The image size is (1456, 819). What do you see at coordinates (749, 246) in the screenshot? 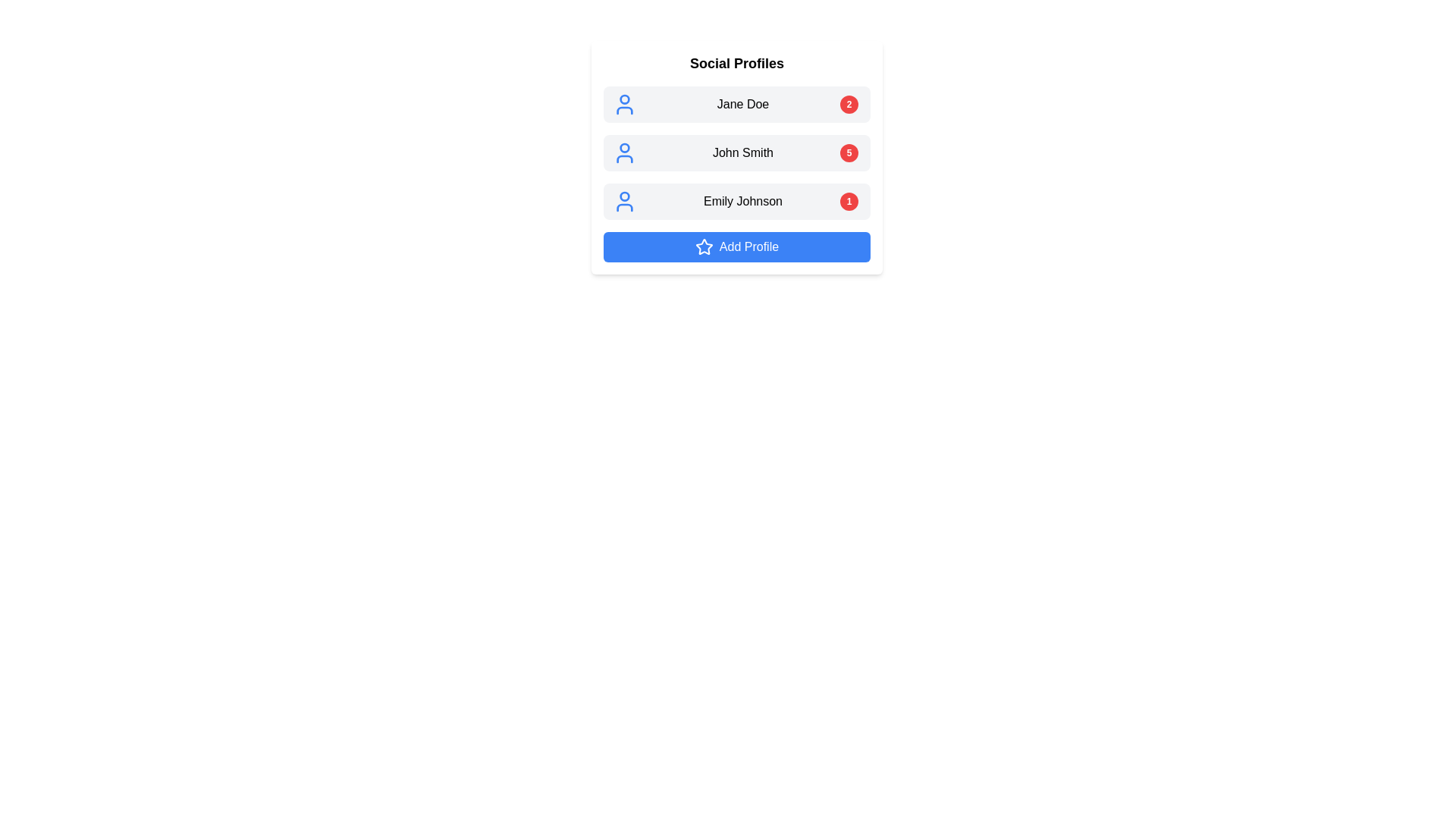
I see `the text label 'Add Profile', which is styled in blue and located in a button-like structure, positioned centrally below a list of profiles` at bounding box center [749, 246].